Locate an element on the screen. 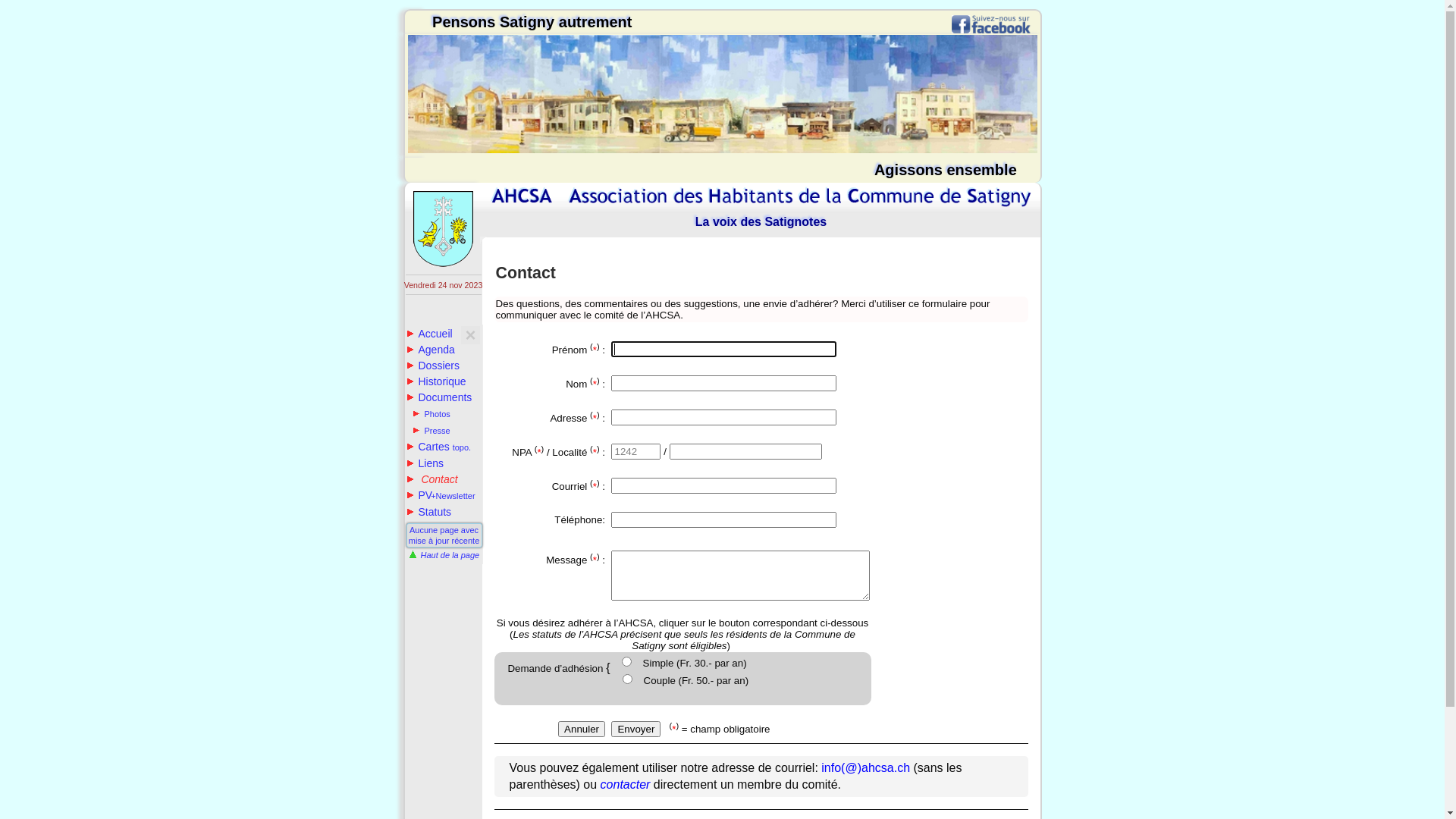 This screenshot has width=1456, height=819. 'contacter' is located at coordinates (626, 784).